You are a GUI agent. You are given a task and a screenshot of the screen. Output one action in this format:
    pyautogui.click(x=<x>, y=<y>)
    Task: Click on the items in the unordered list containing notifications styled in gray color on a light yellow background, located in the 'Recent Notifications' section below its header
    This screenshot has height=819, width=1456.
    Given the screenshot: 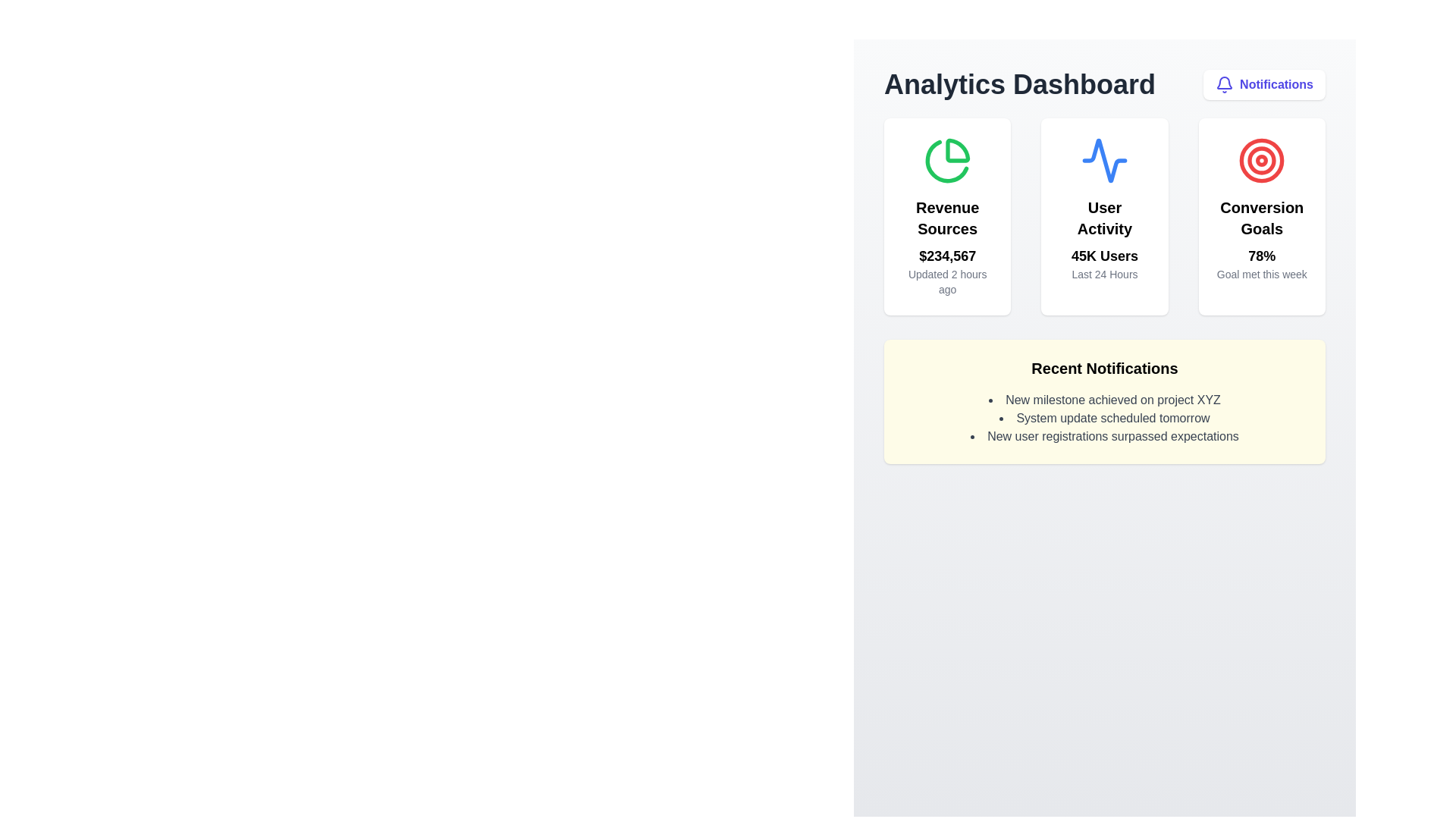 What is the action you would take?
    pyautogui.click(x=1105, y=418)
    